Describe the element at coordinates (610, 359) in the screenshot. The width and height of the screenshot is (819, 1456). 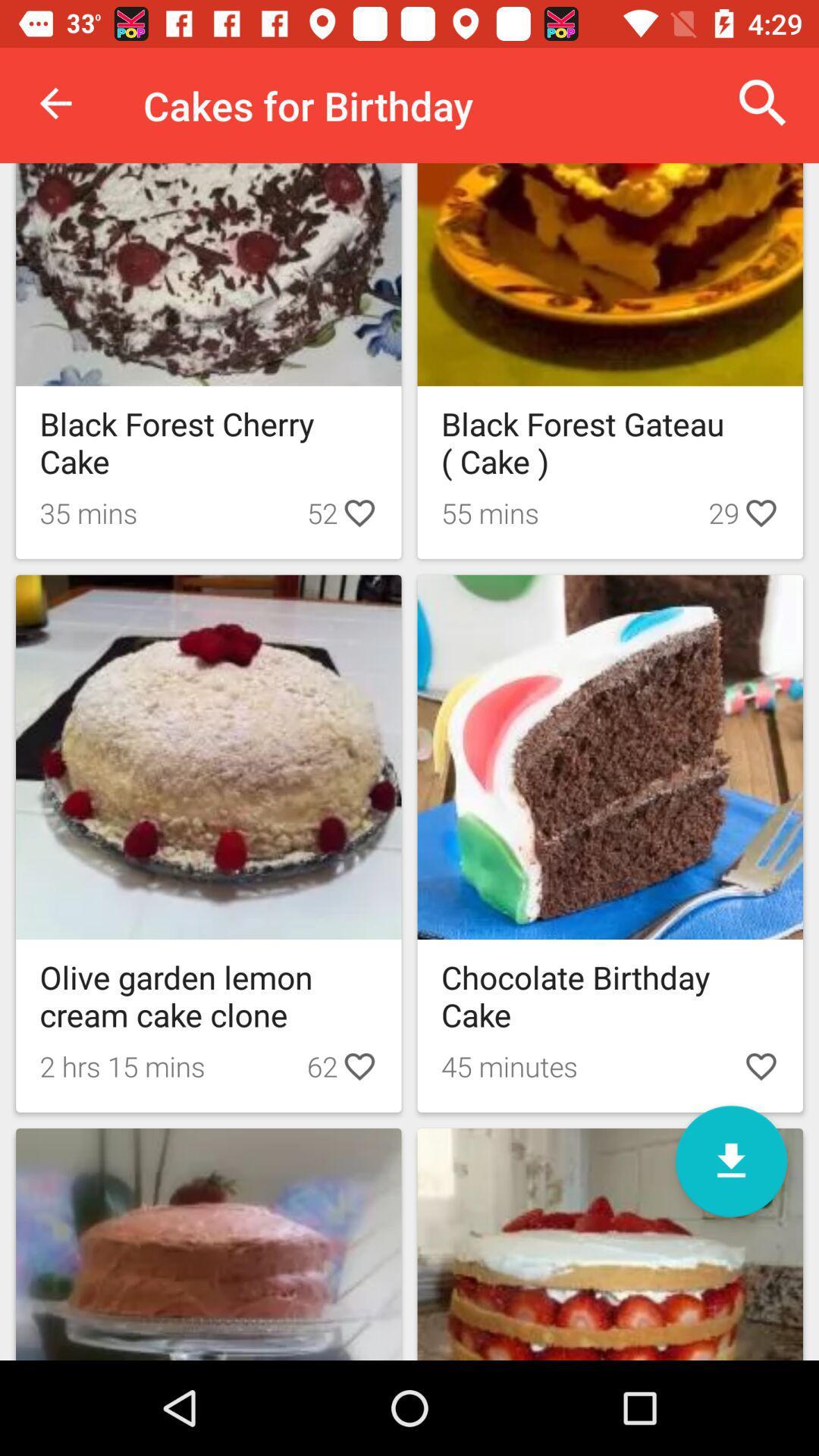
I see `the second box from first row` at that location.